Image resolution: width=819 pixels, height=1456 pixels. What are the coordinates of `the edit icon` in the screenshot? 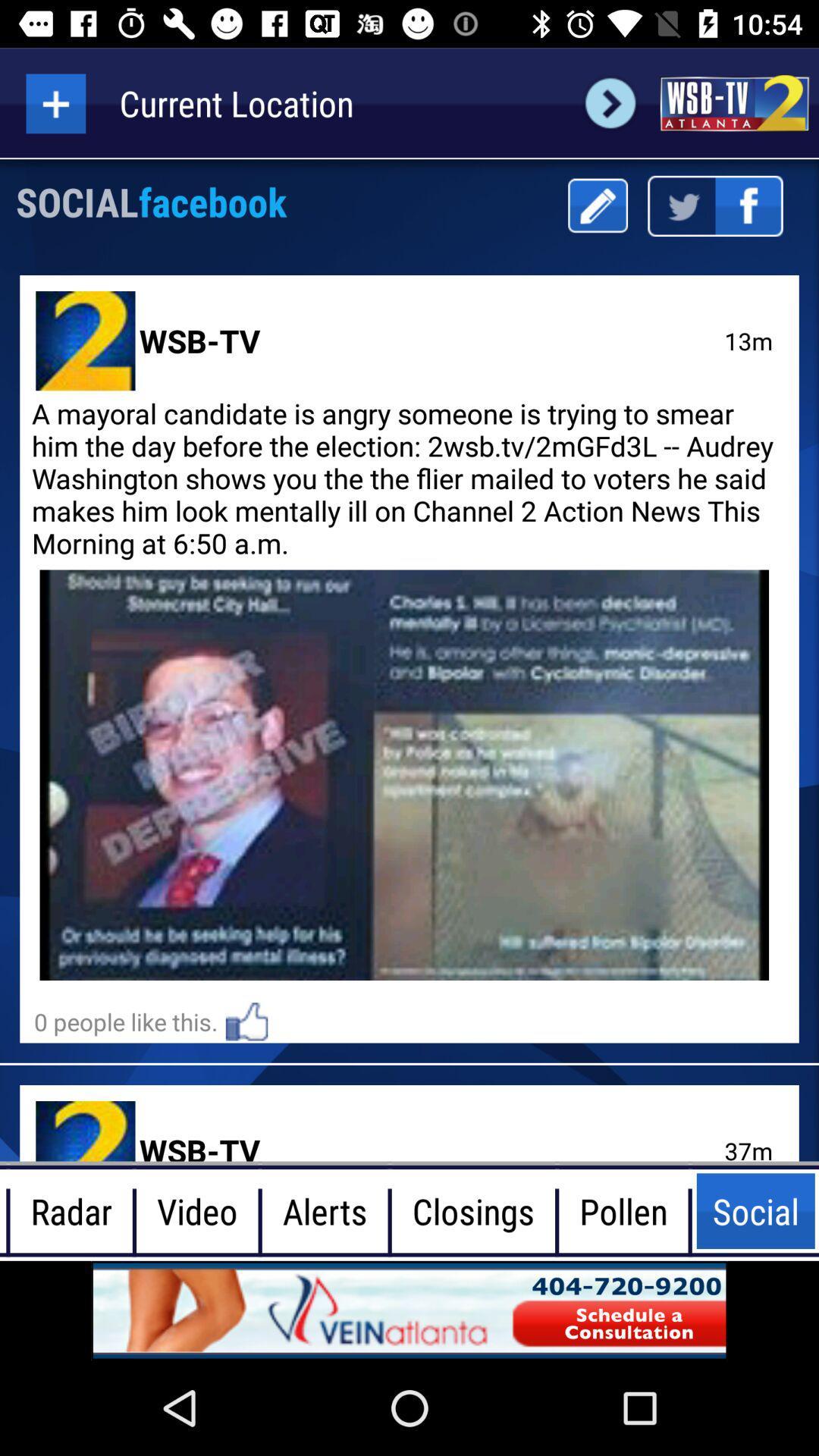 It's located at (597, 205).